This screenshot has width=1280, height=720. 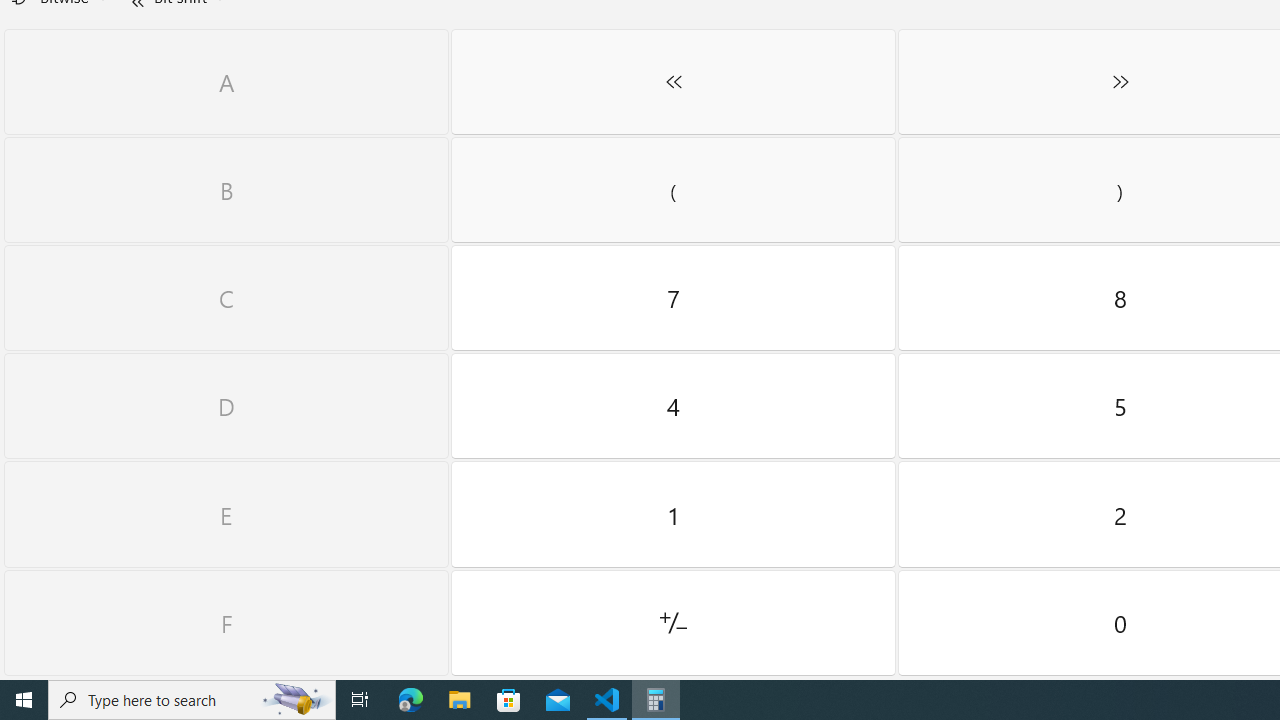 What do you see at coordinates (673, 298) in the screenshot?
I see `'Seven'` at bounding box center [673, 298].